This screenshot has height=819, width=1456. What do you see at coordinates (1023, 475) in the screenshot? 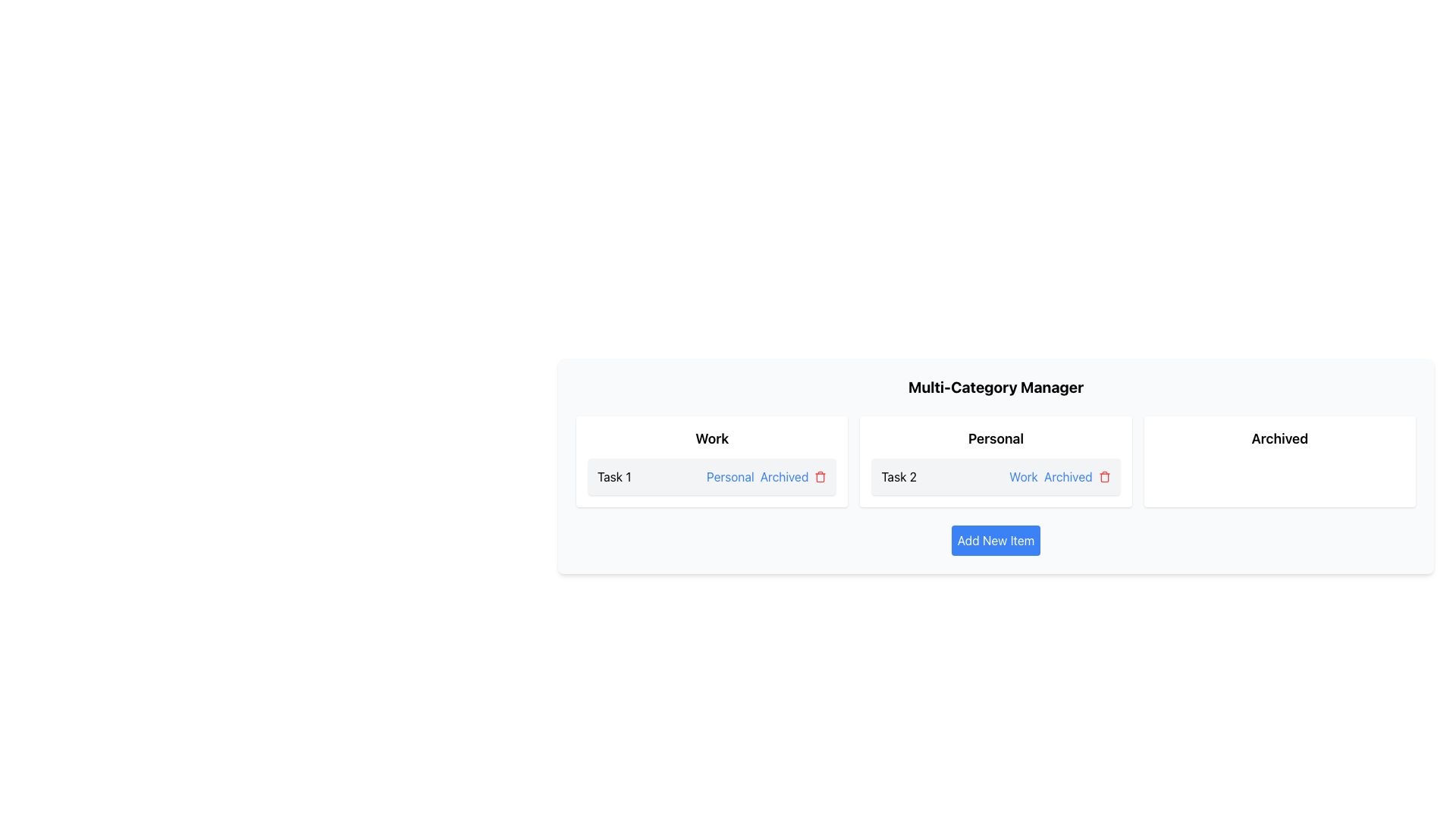
I see `the hyperlink labeled 'Work' located at the beginning of a sequence of text links under the 'Personal' header` at bounding box center [1023, 475].